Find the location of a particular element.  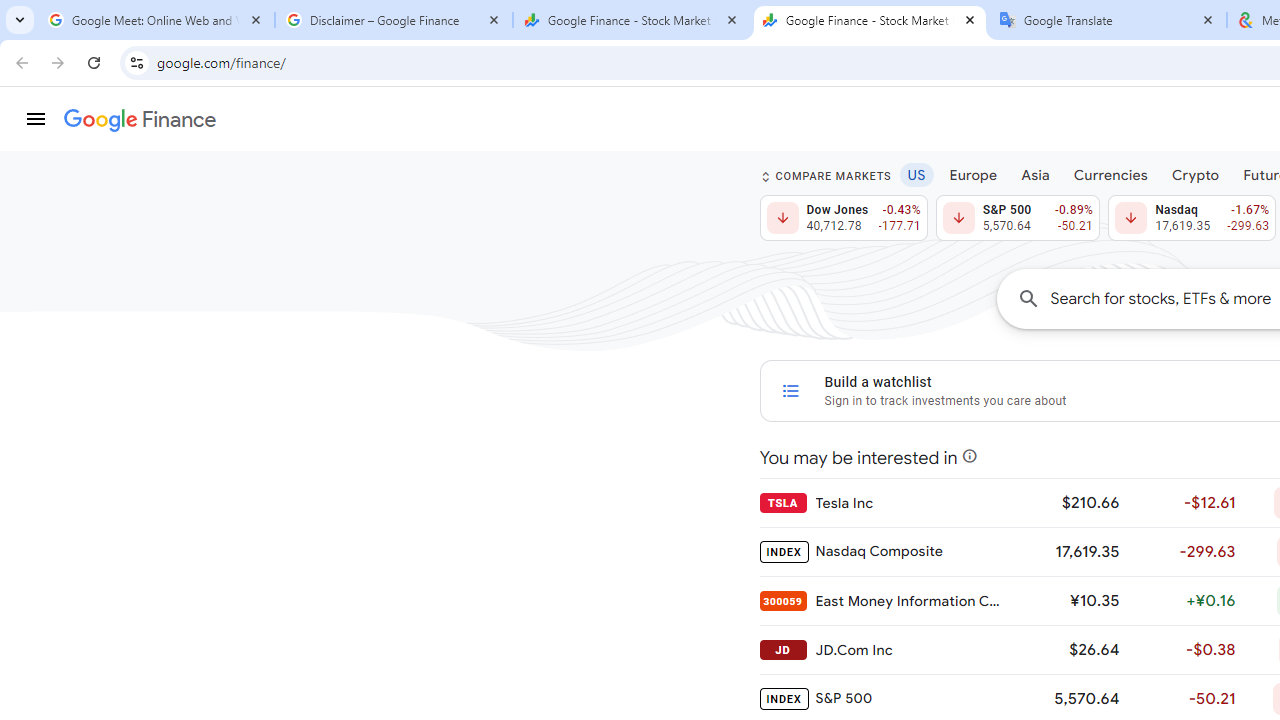

'Asia' is located at coordinates (1035, 173).